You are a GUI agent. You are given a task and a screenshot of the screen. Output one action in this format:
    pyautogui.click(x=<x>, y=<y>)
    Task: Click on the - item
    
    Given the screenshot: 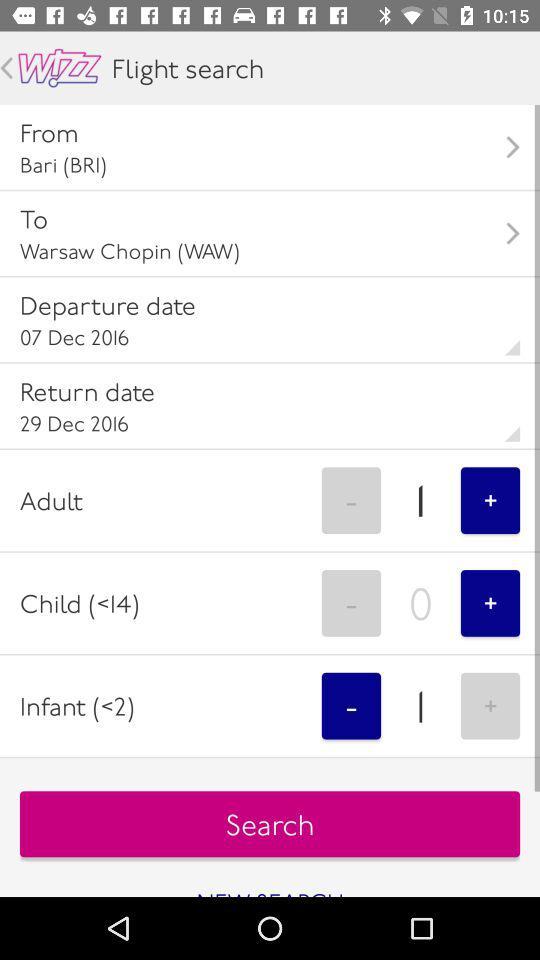 What is the action you would take?
    pyautogui.click(x=350, y=706)
    